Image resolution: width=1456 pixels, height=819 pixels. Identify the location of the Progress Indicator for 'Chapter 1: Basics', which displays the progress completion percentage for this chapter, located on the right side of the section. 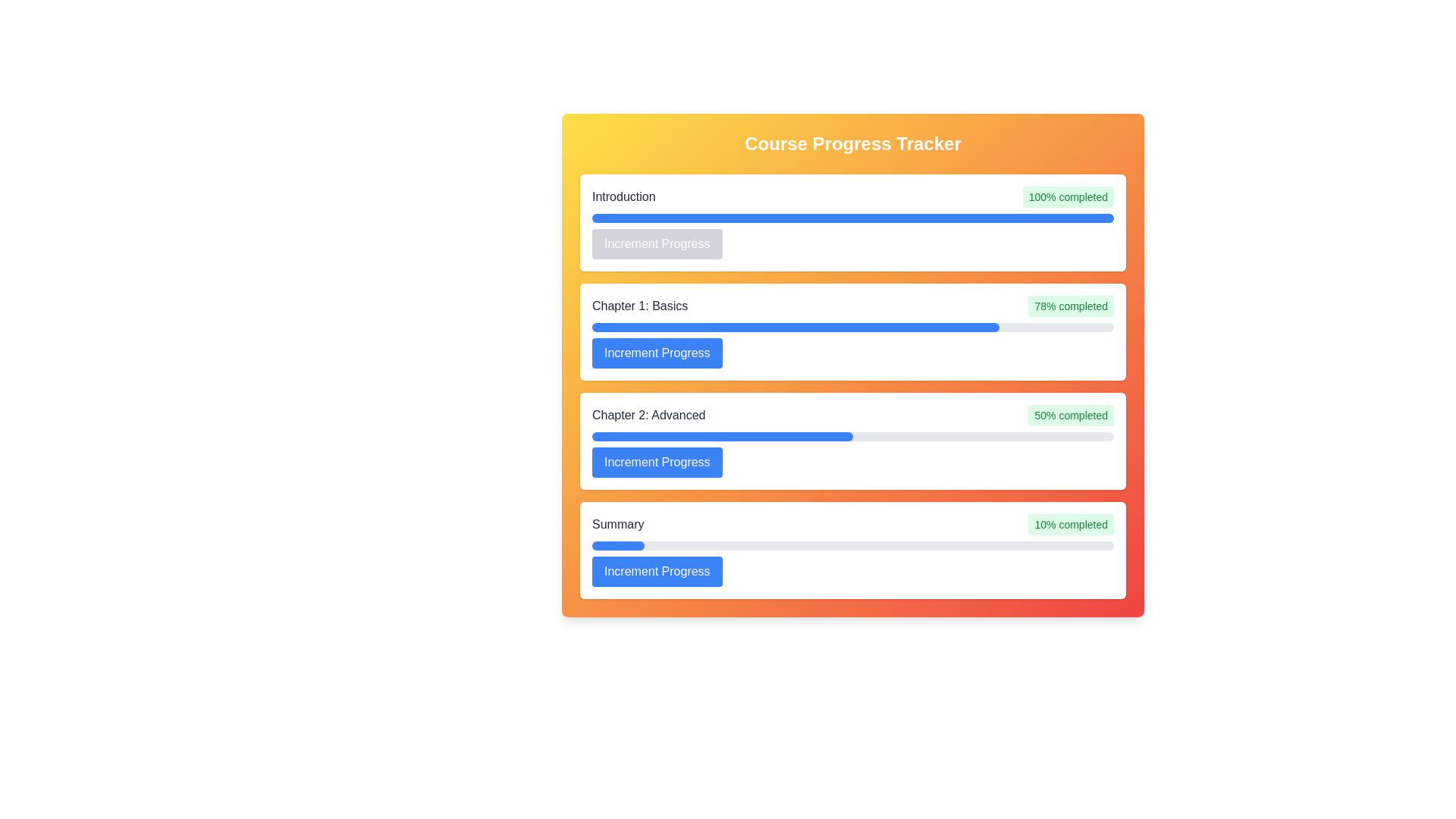
(1070, 306).